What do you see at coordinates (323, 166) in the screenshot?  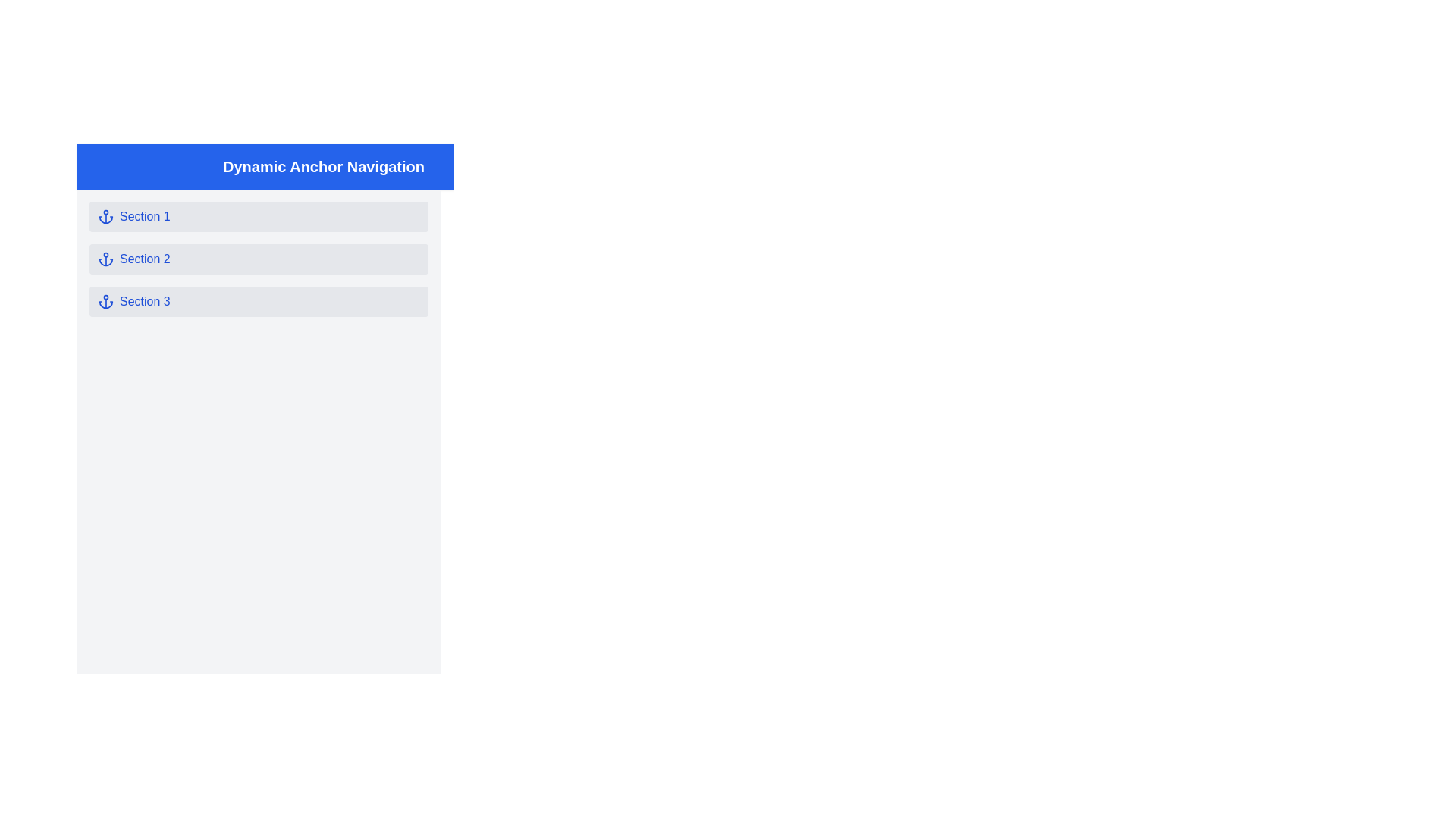 I see `the prominently styled text block that reads 'Dynamic Anchor Navigation', which is a bold and larger text on a solid blue background` at bounding box center [323, 166].